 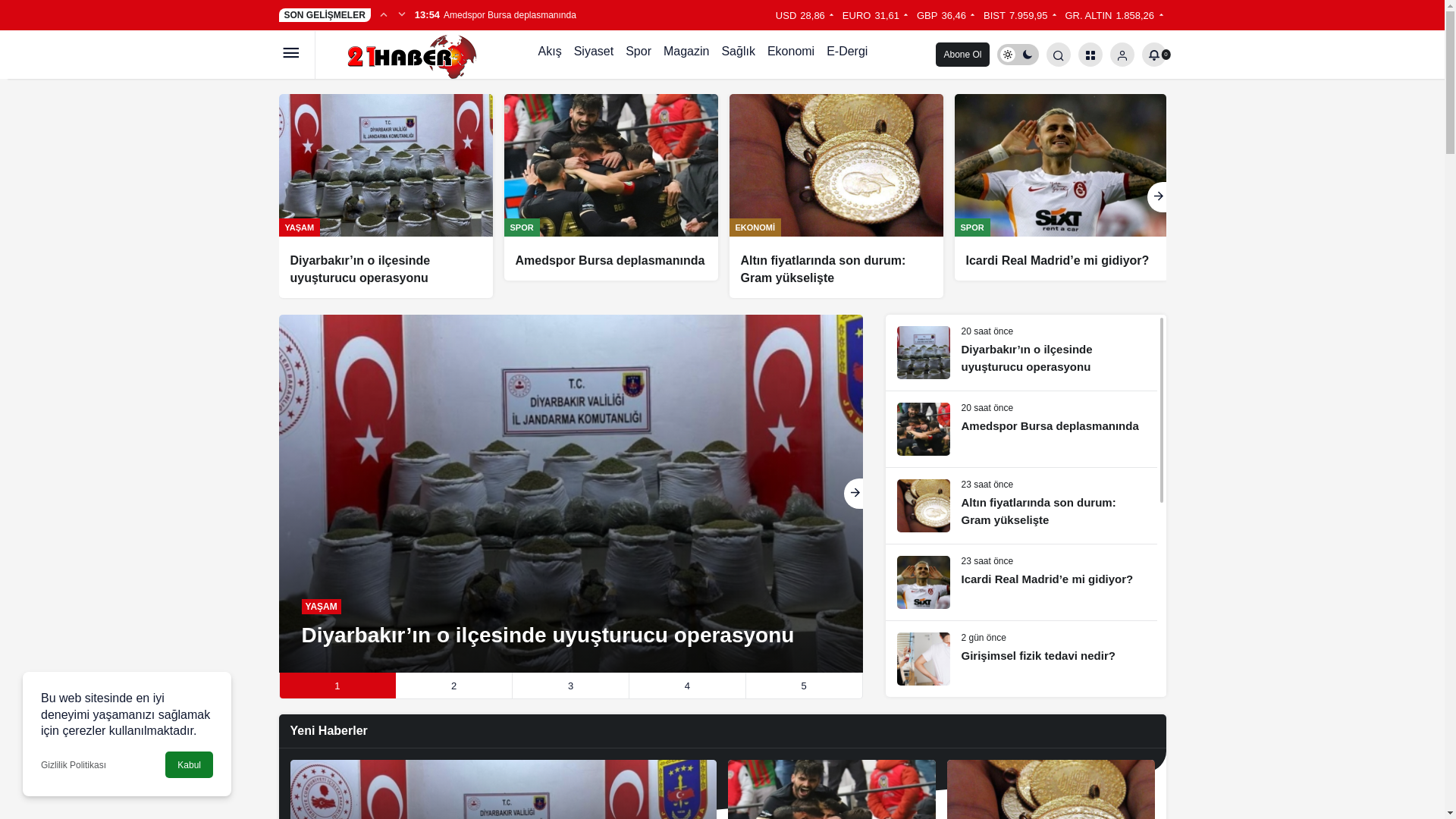 I want to click on 'Ekonomi', so click(x=789, y=54).